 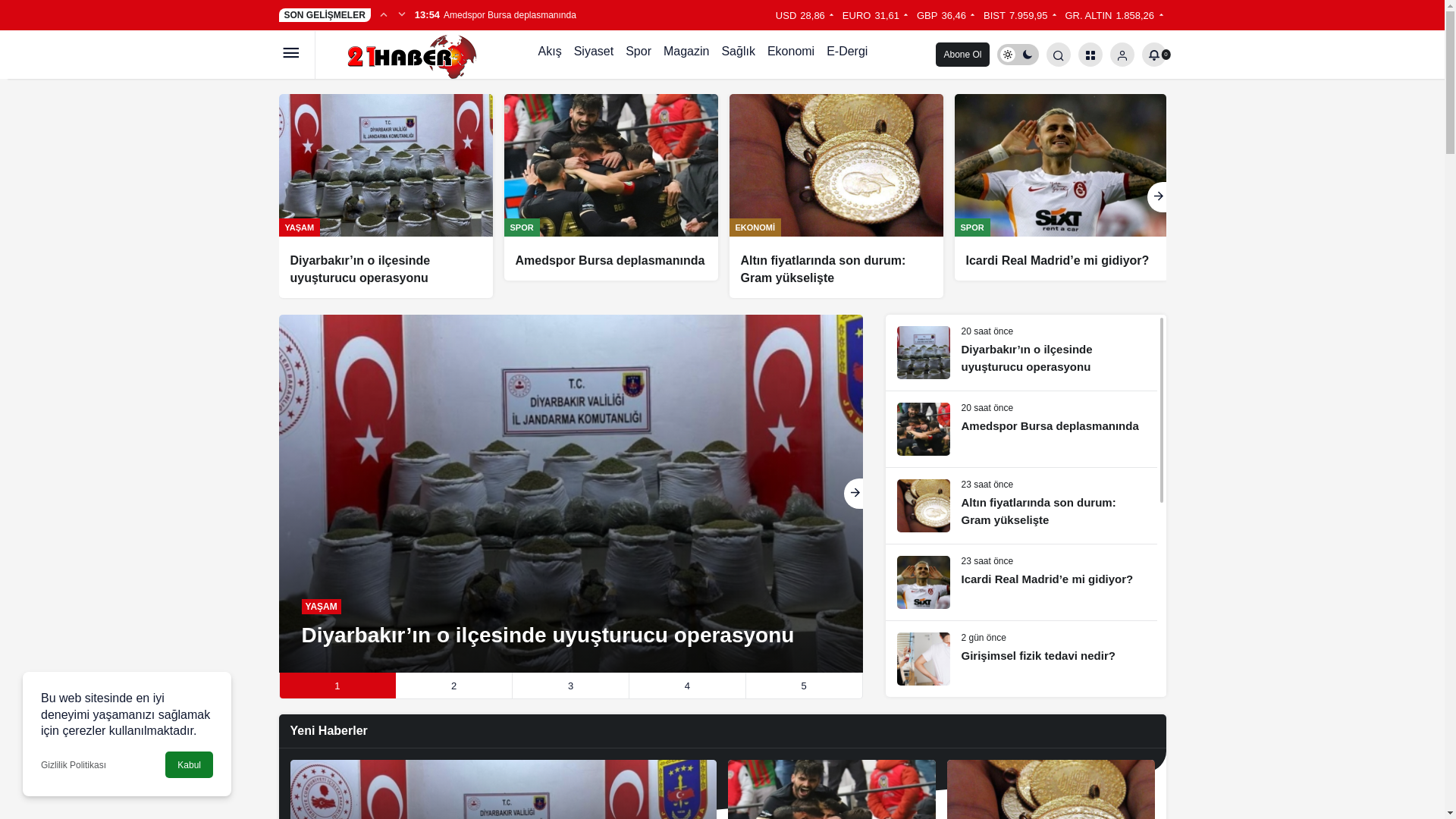 I want to click on 'Ekonomi', so click(x=789, y=54).